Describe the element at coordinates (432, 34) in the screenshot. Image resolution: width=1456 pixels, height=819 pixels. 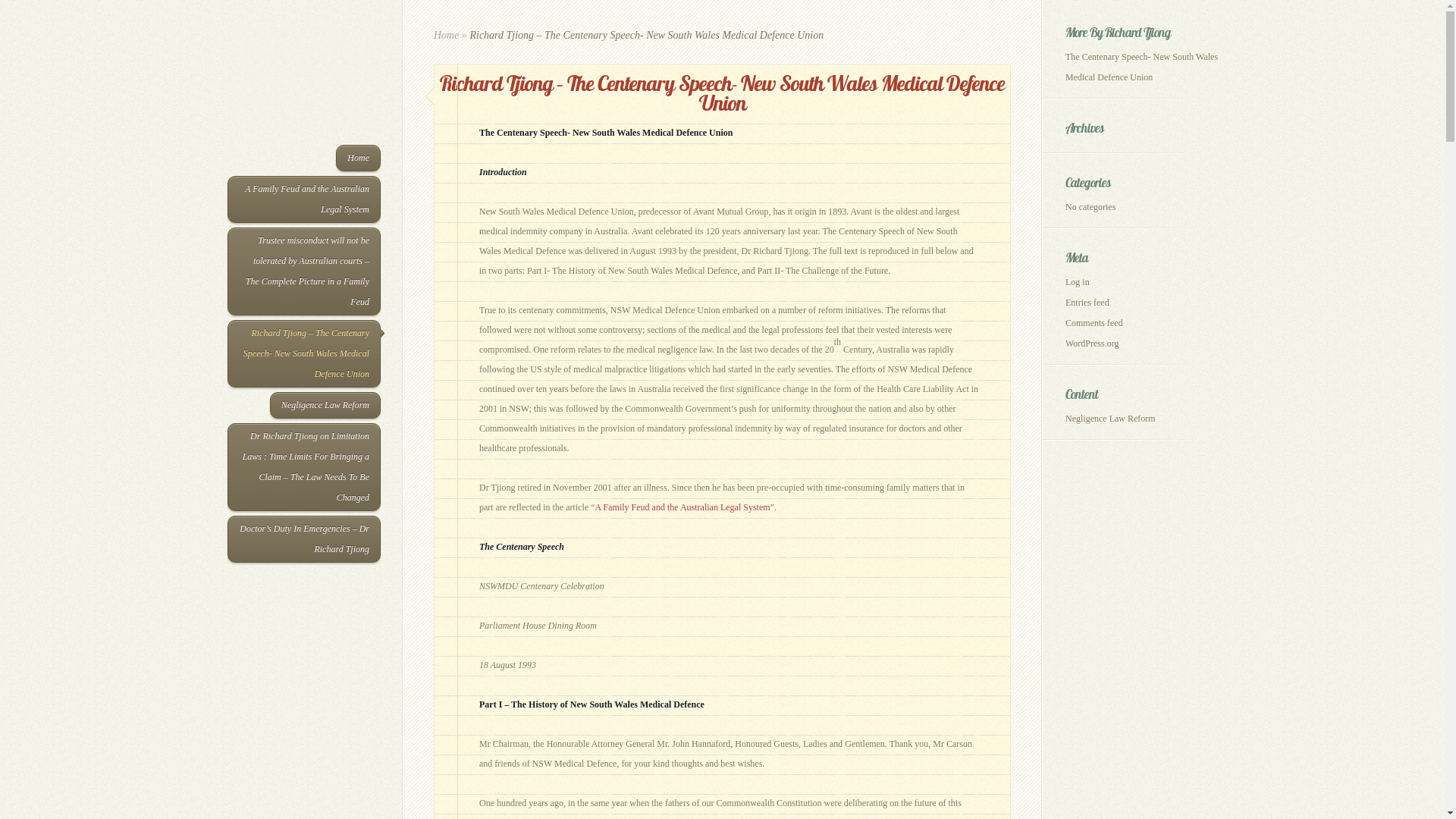
I see `'Home'` at that location.